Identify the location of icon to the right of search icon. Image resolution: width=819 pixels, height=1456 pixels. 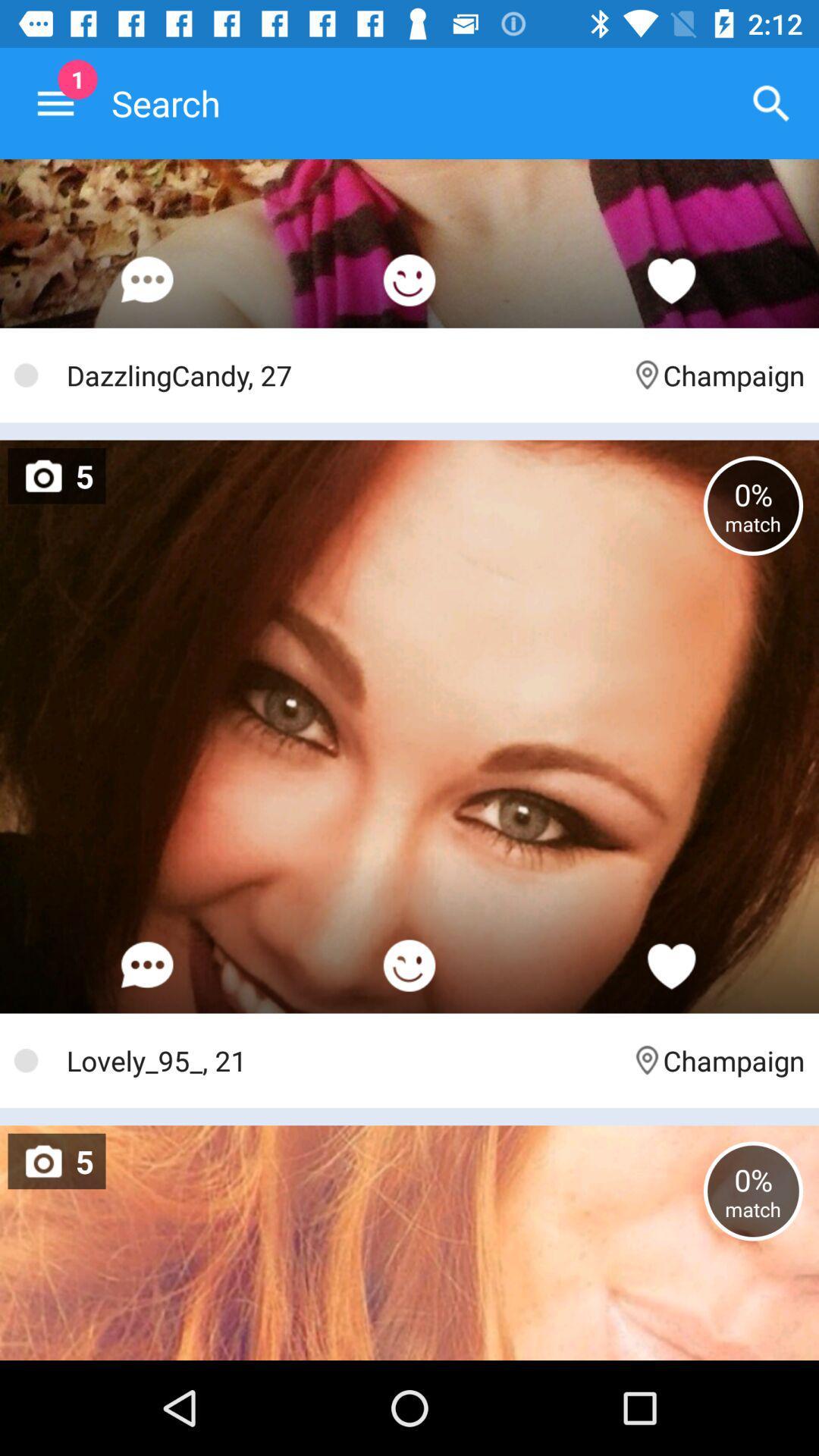
(771, 102).